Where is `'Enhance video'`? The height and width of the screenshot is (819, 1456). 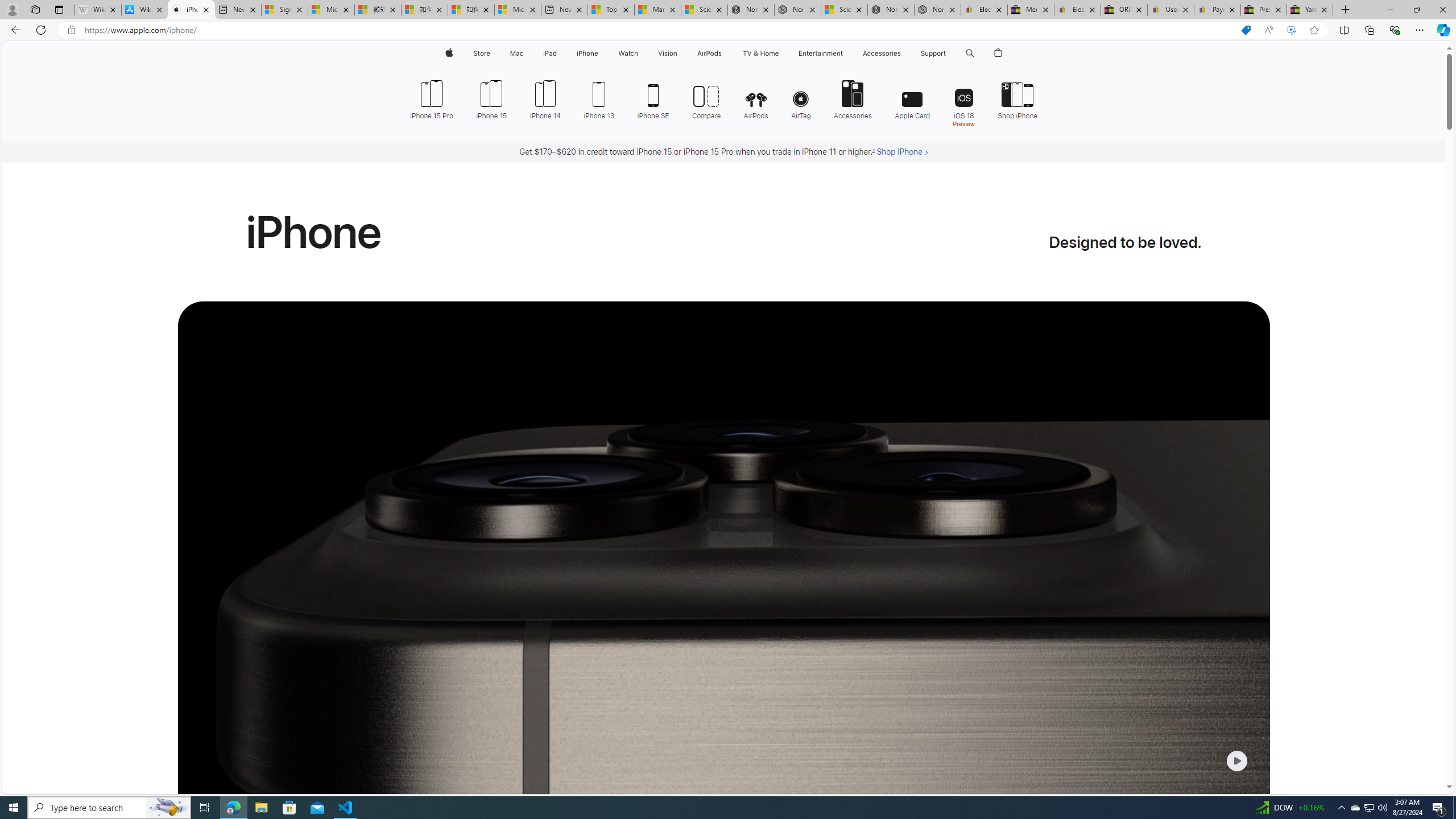 'Enhance video' is located at coordinates (1291, 30).